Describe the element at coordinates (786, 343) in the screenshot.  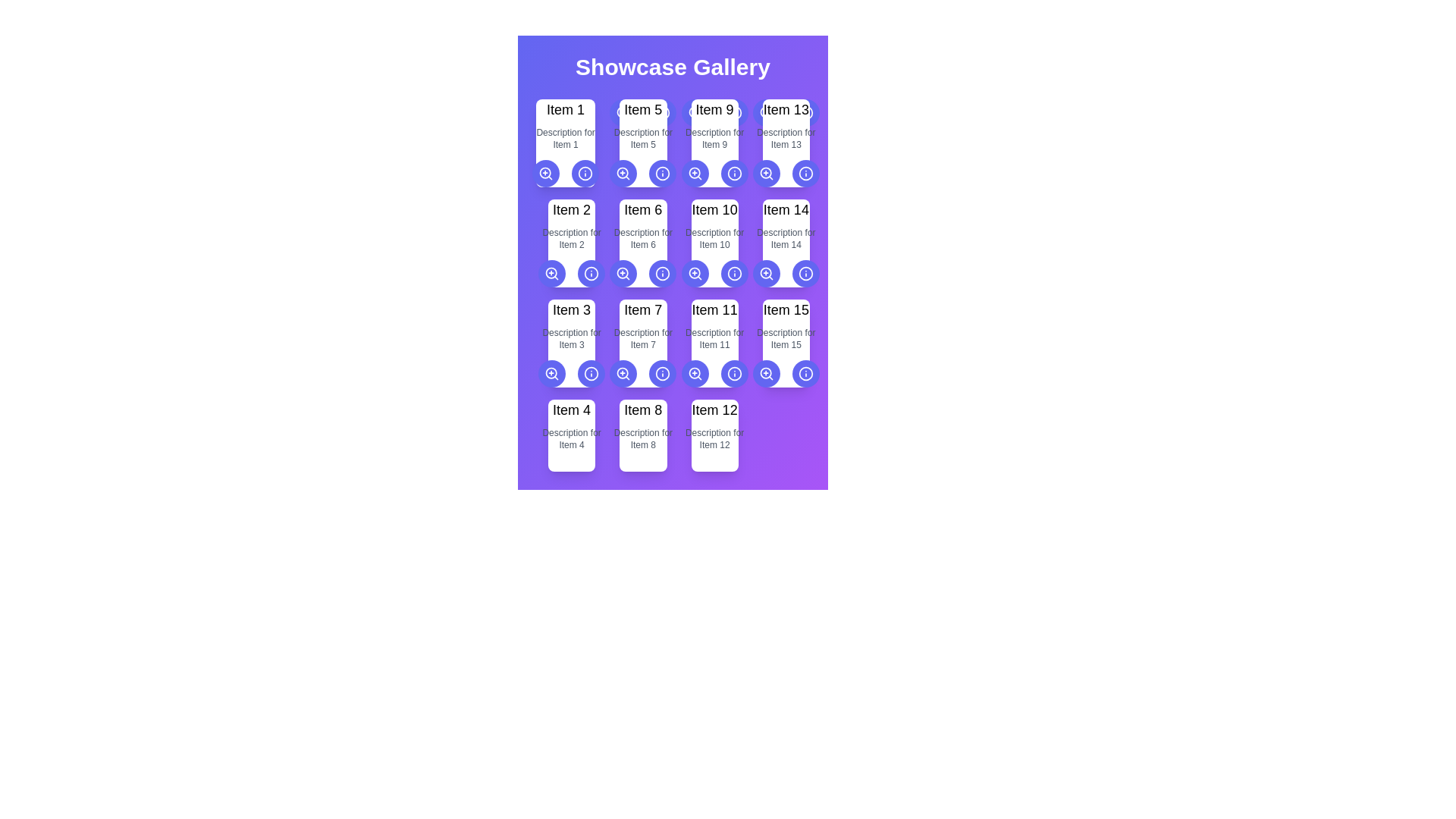
I see `the informational card displaying 'Item 15' located in the last column of the fourth row in the grid layout` at that location.